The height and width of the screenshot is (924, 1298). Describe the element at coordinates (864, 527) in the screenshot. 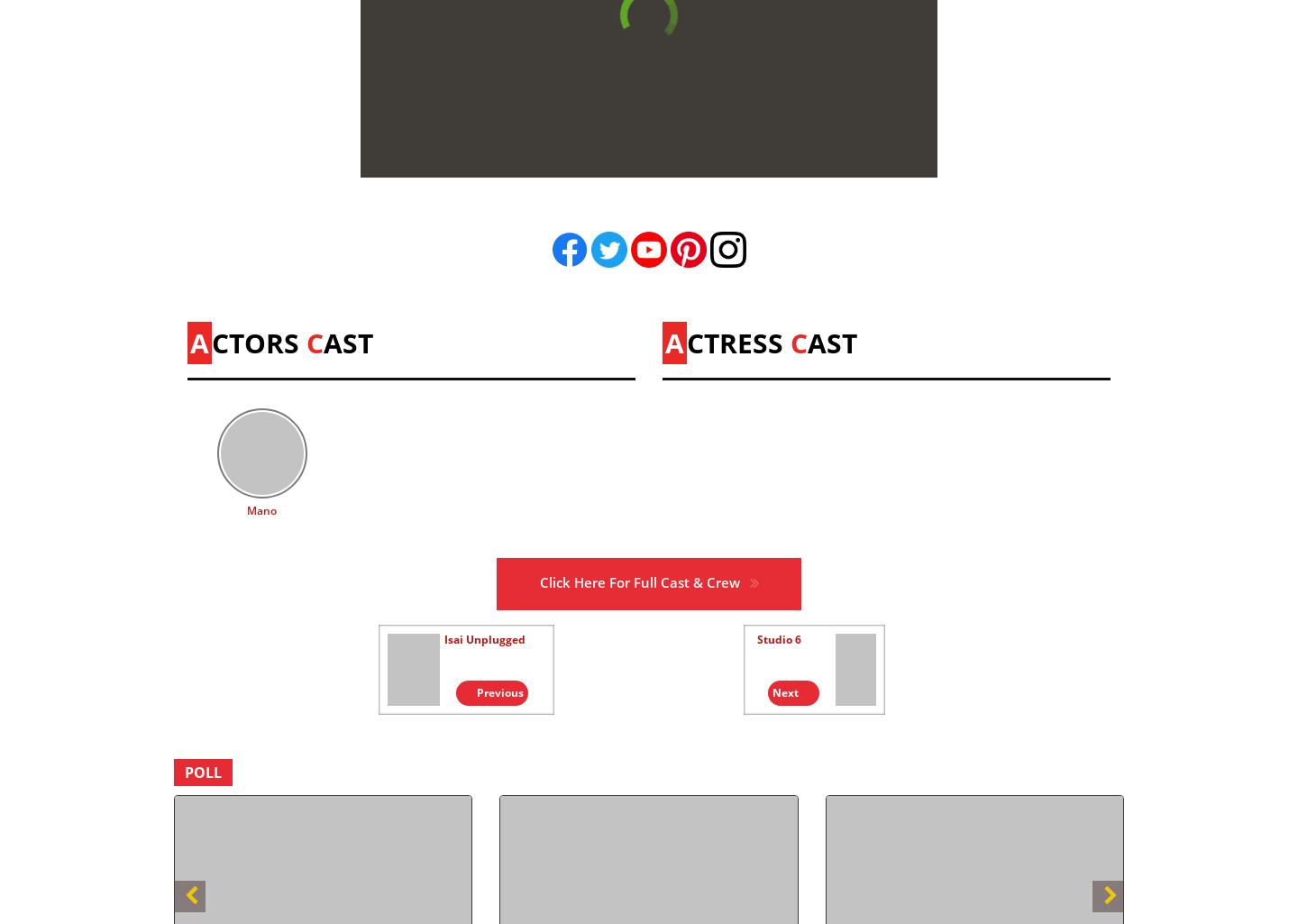

I see `'Chinna Thala Is Back In Action 💥💣 | #IPL2021​ | #N..'` at that location.